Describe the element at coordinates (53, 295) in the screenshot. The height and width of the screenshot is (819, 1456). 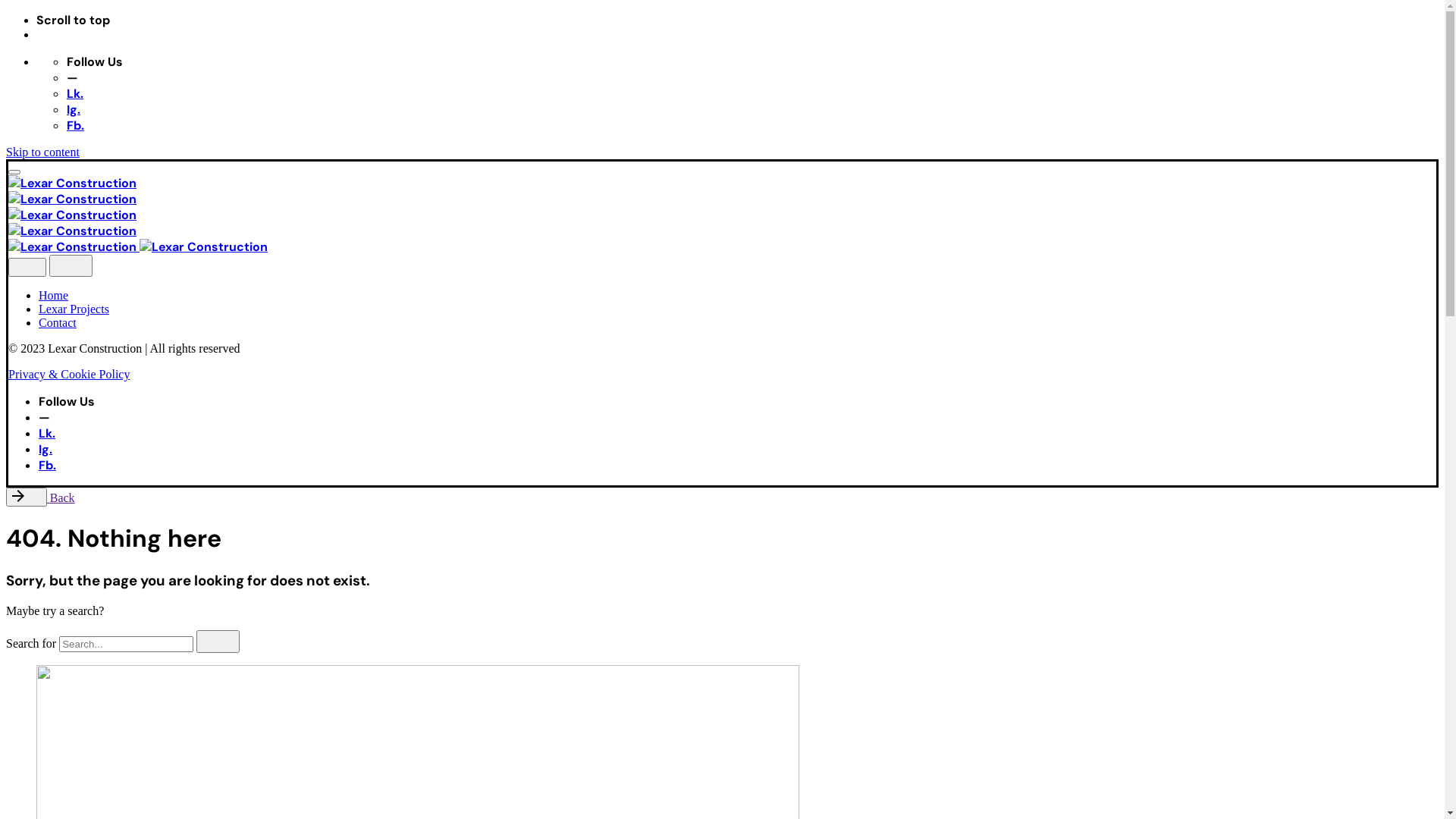
I see `'Home'` at that location.